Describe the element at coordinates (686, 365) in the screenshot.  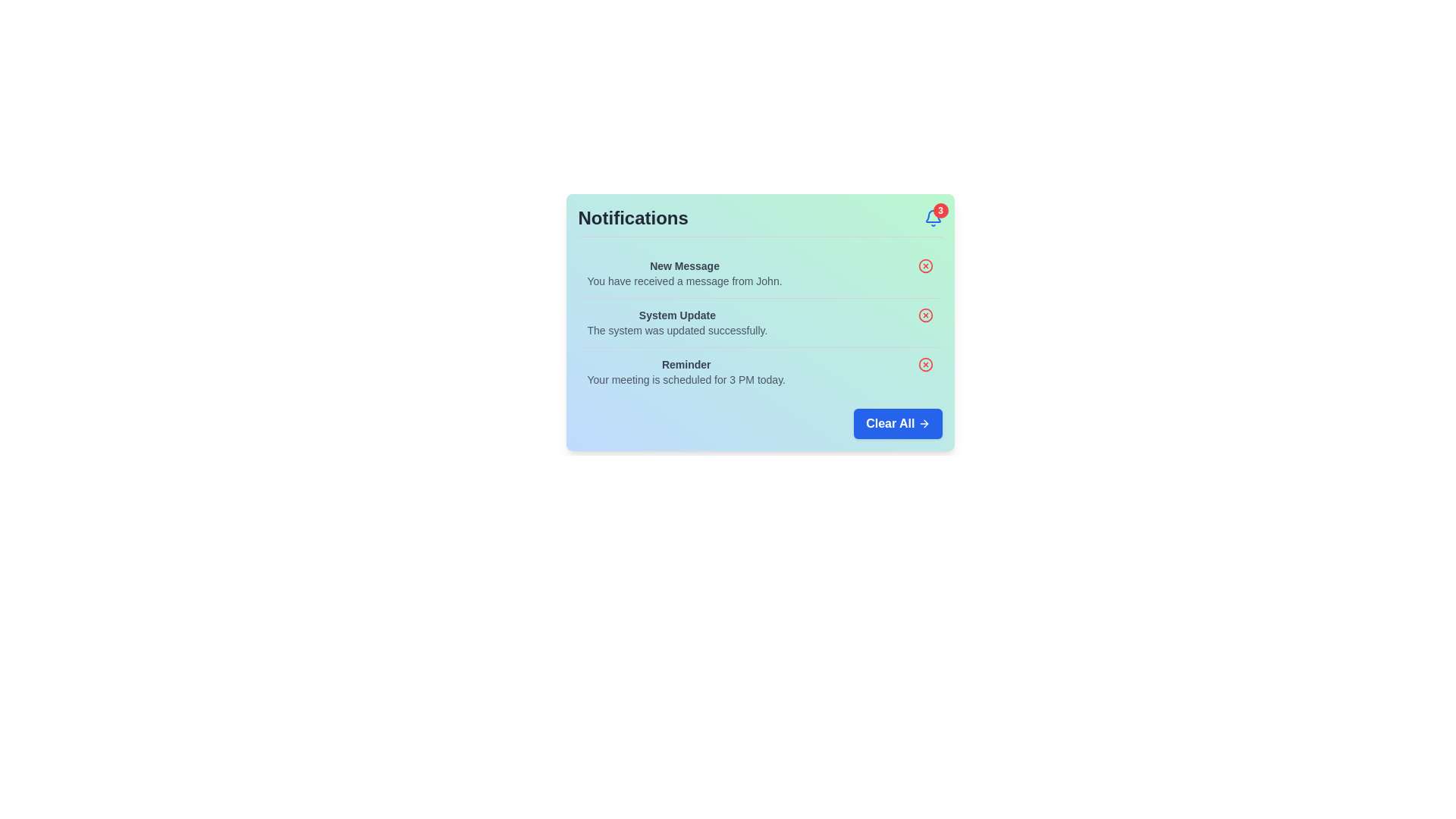
I see `the 'Reminder' label` at that location.